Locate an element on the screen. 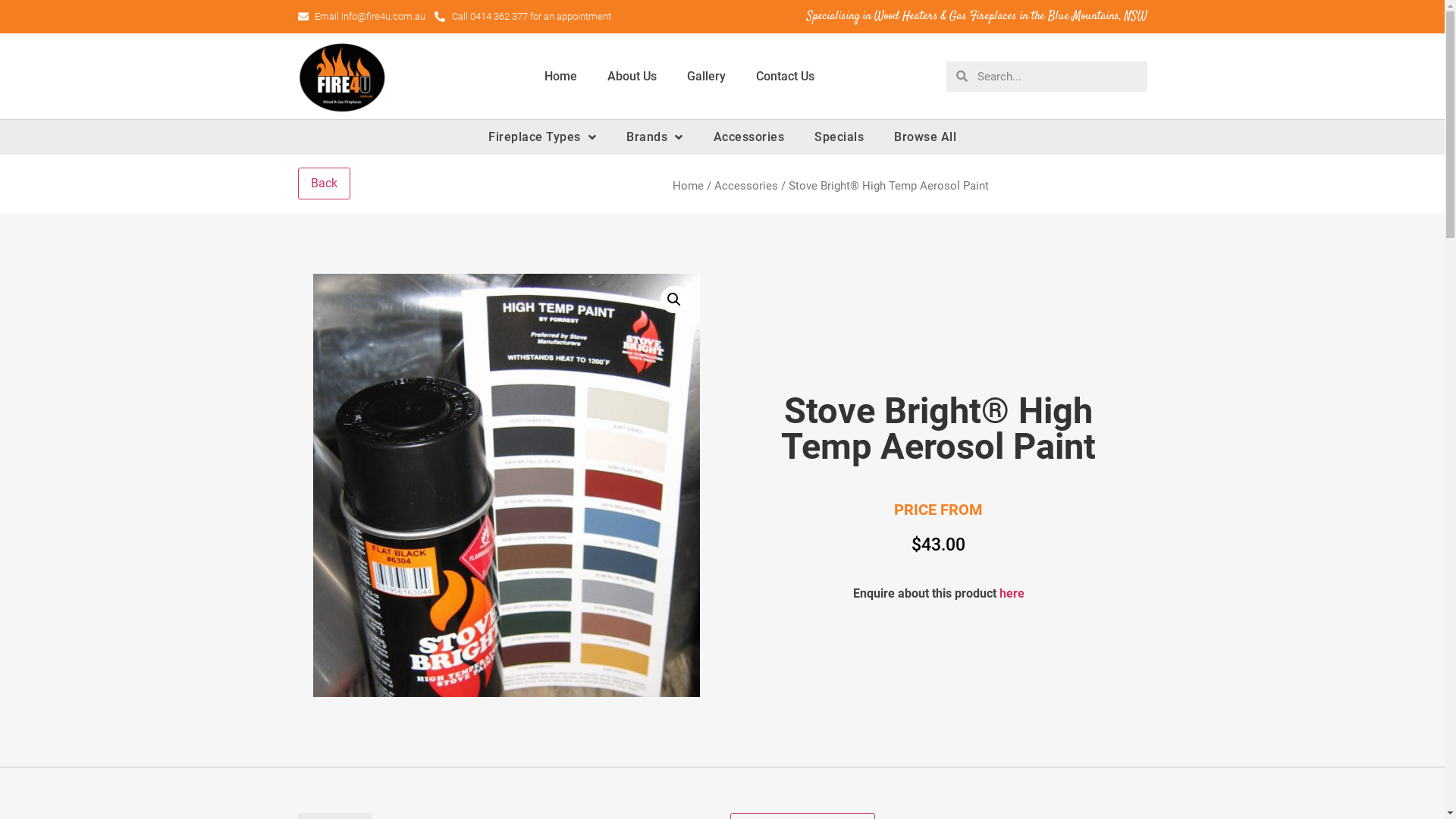  'Gallery' is located at coordinates (671, 76).